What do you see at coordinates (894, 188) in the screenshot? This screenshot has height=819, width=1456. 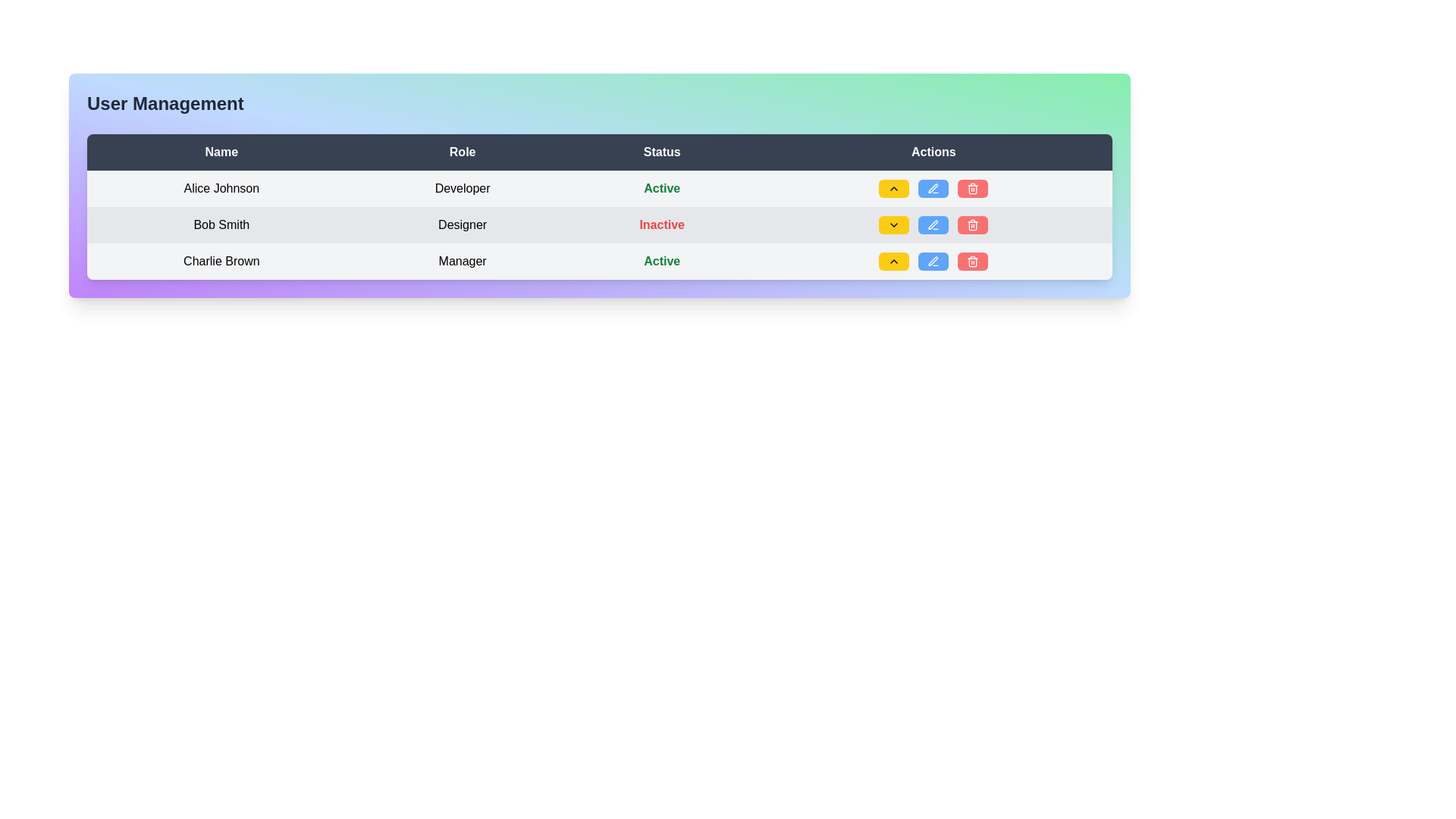 I see `the yellow button with black text and a chevron-up symbol located in the first row of the 'Actions' column to initiate the upward action` at bounding box center [894, 188].